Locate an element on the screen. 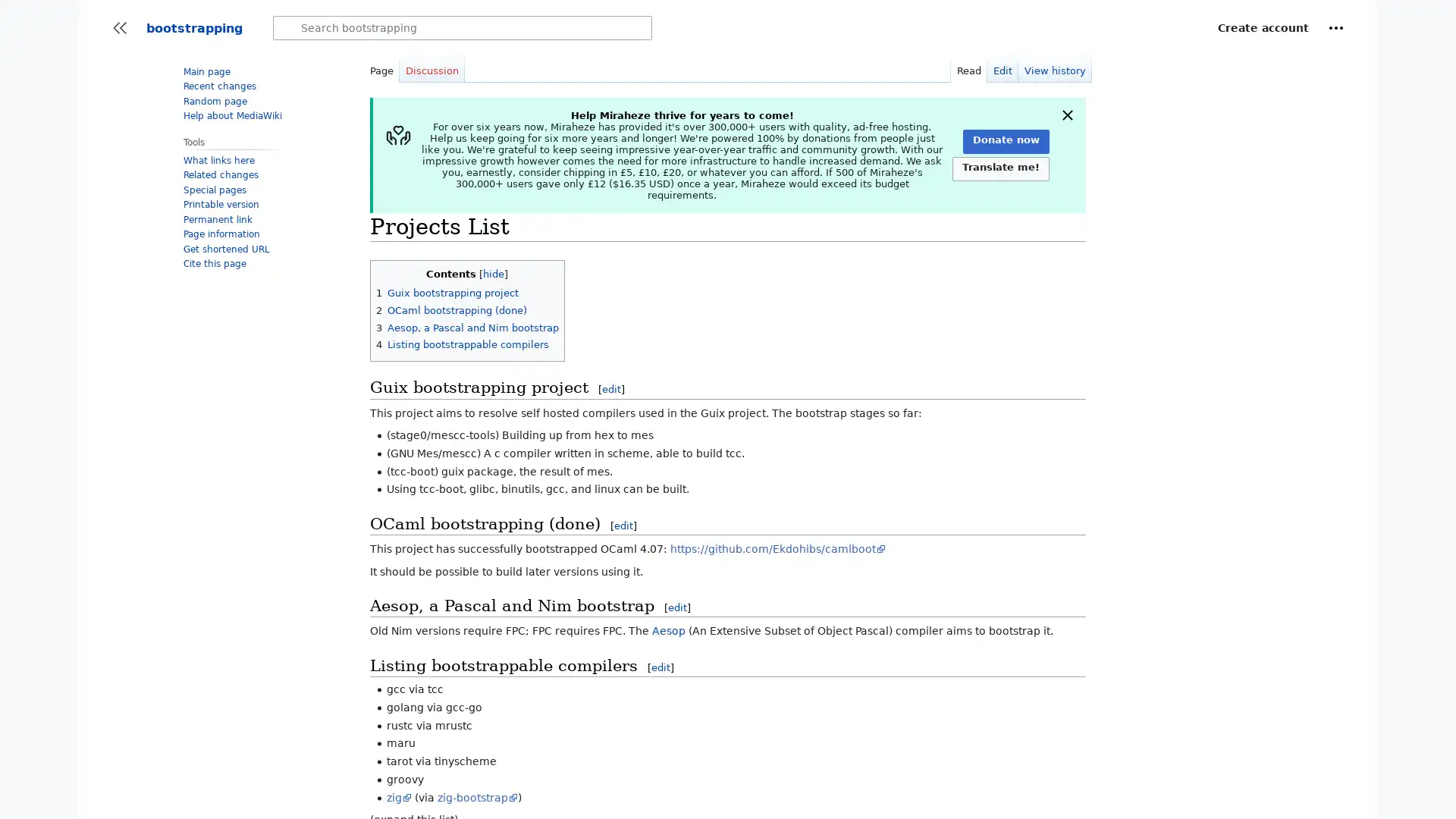  Search is located at coordinates (287, 28).